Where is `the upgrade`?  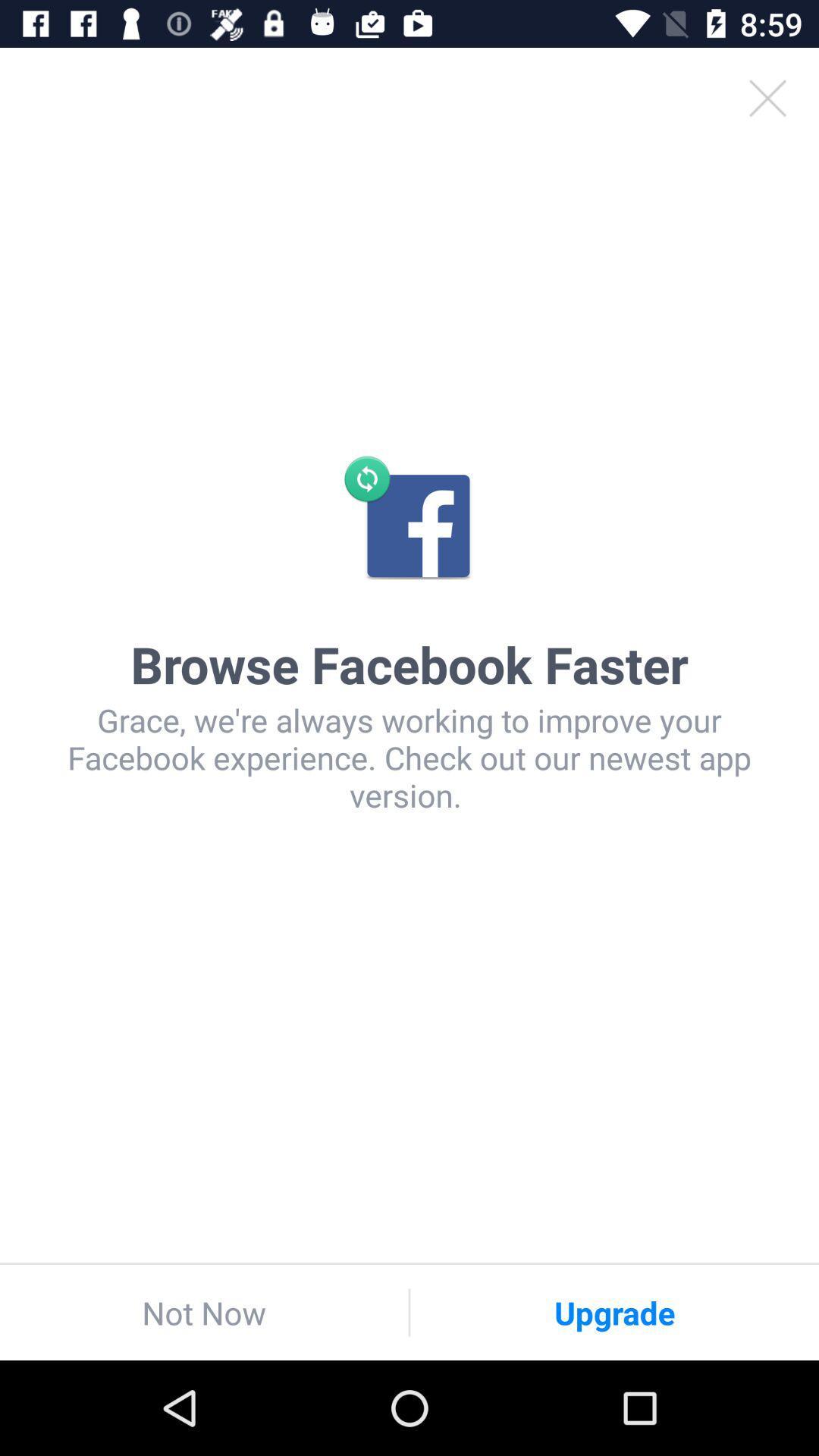
the upgrade is located at coordinates (614, 1312).